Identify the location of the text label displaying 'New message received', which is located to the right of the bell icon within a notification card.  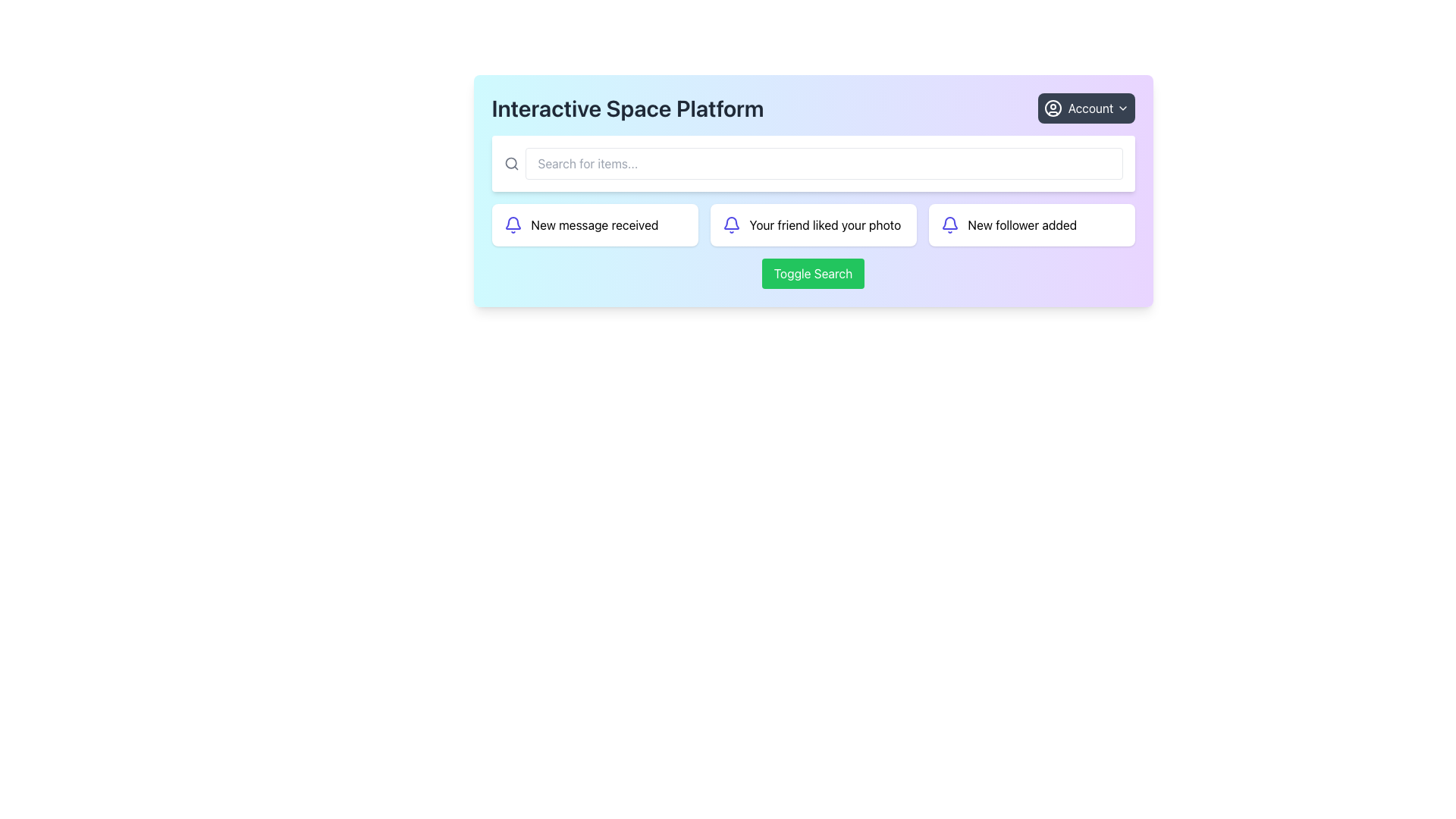
(594, 225).